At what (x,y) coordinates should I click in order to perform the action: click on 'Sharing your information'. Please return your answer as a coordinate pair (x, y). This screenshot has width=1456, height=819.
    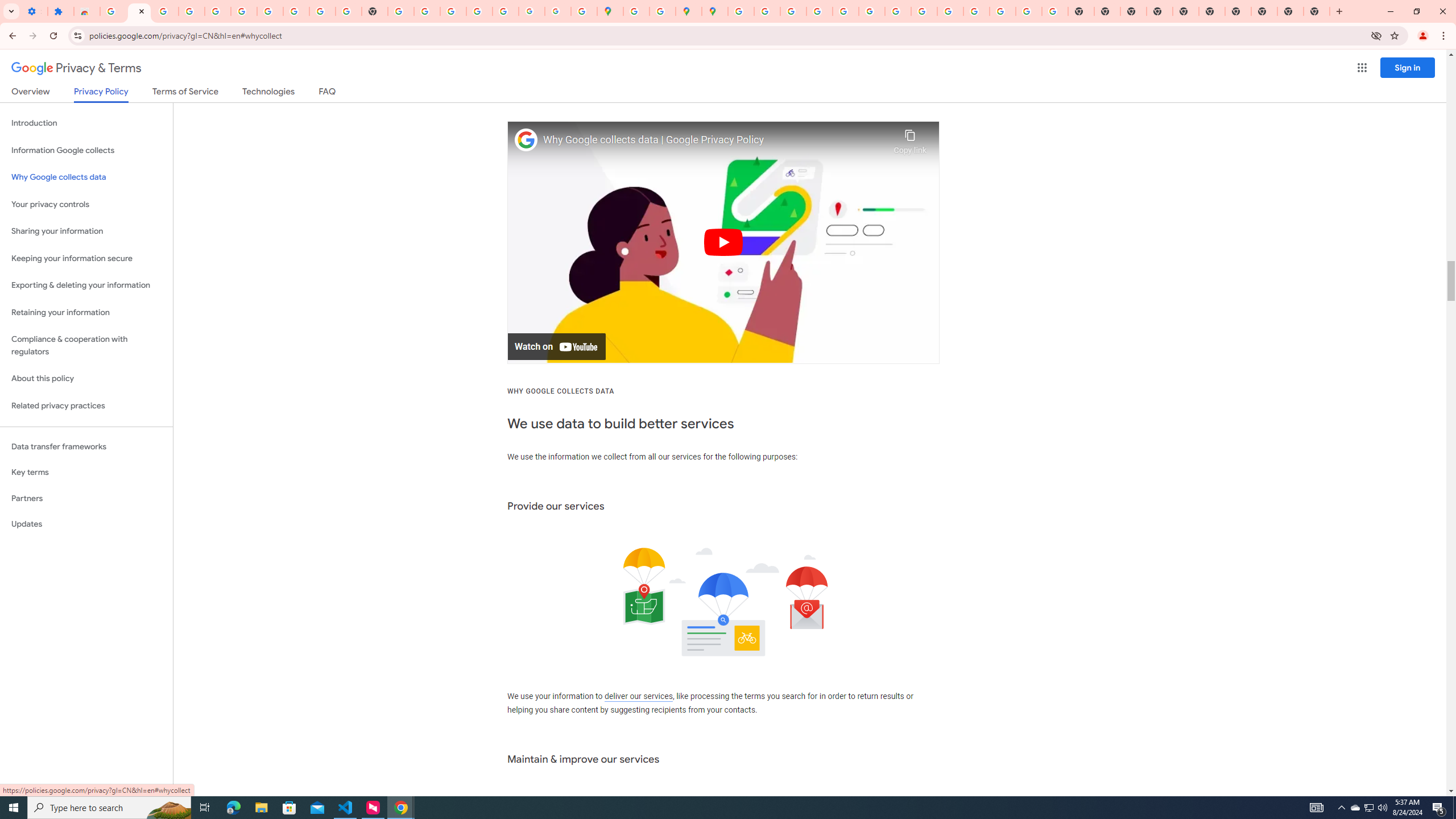
    Looking at the image, I should click on (86, 230).